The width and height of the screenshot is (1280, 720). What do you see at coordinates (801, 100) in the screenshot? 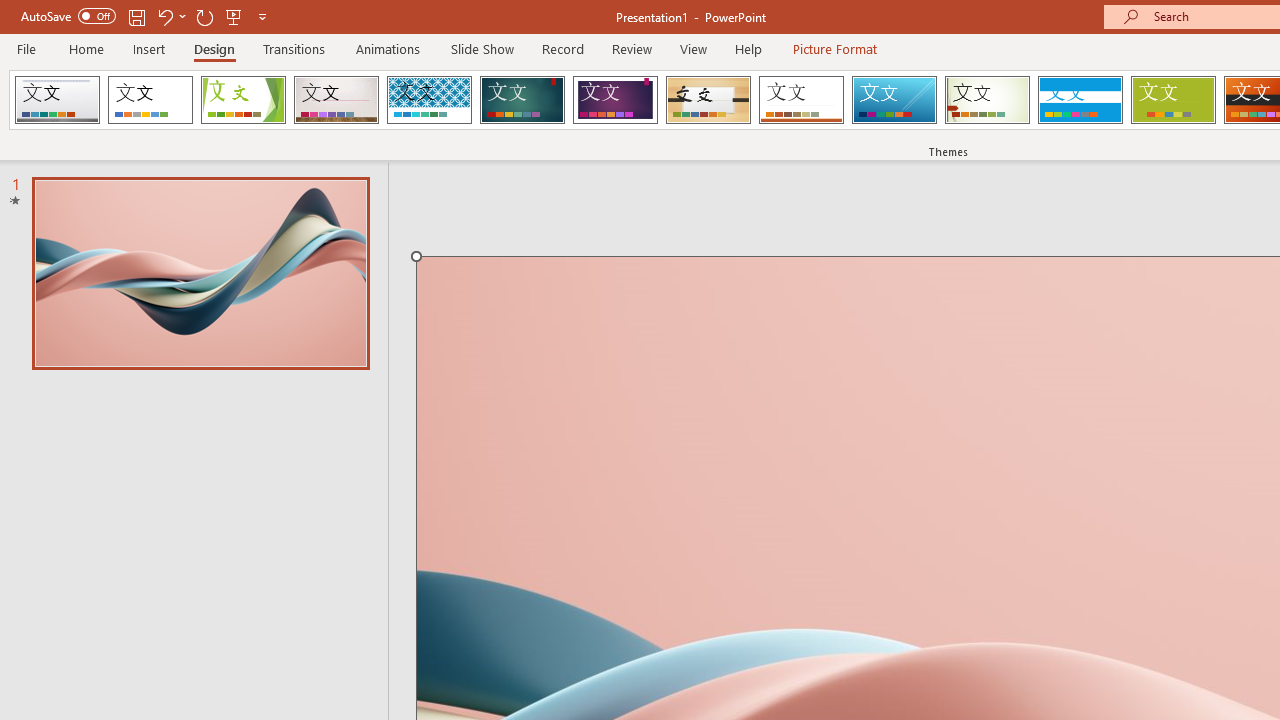
I see `'Retrospect'` at bounding box center [801, 100].